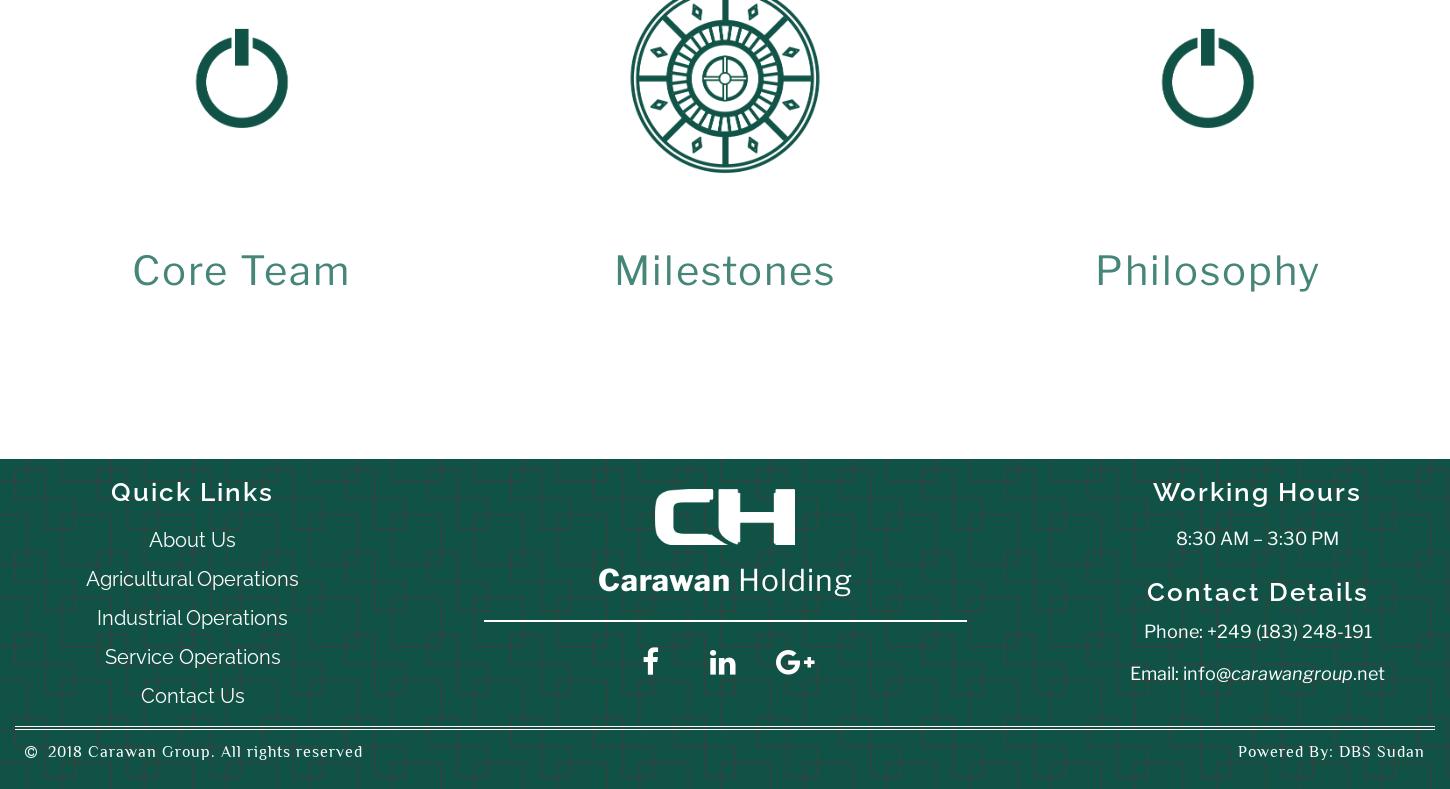 This screenshot has width=1450, height=789. Describe the element at coordinates (1238, 751) in the screenshot. I see `'Powered By: DBS Sudan'` at that location.